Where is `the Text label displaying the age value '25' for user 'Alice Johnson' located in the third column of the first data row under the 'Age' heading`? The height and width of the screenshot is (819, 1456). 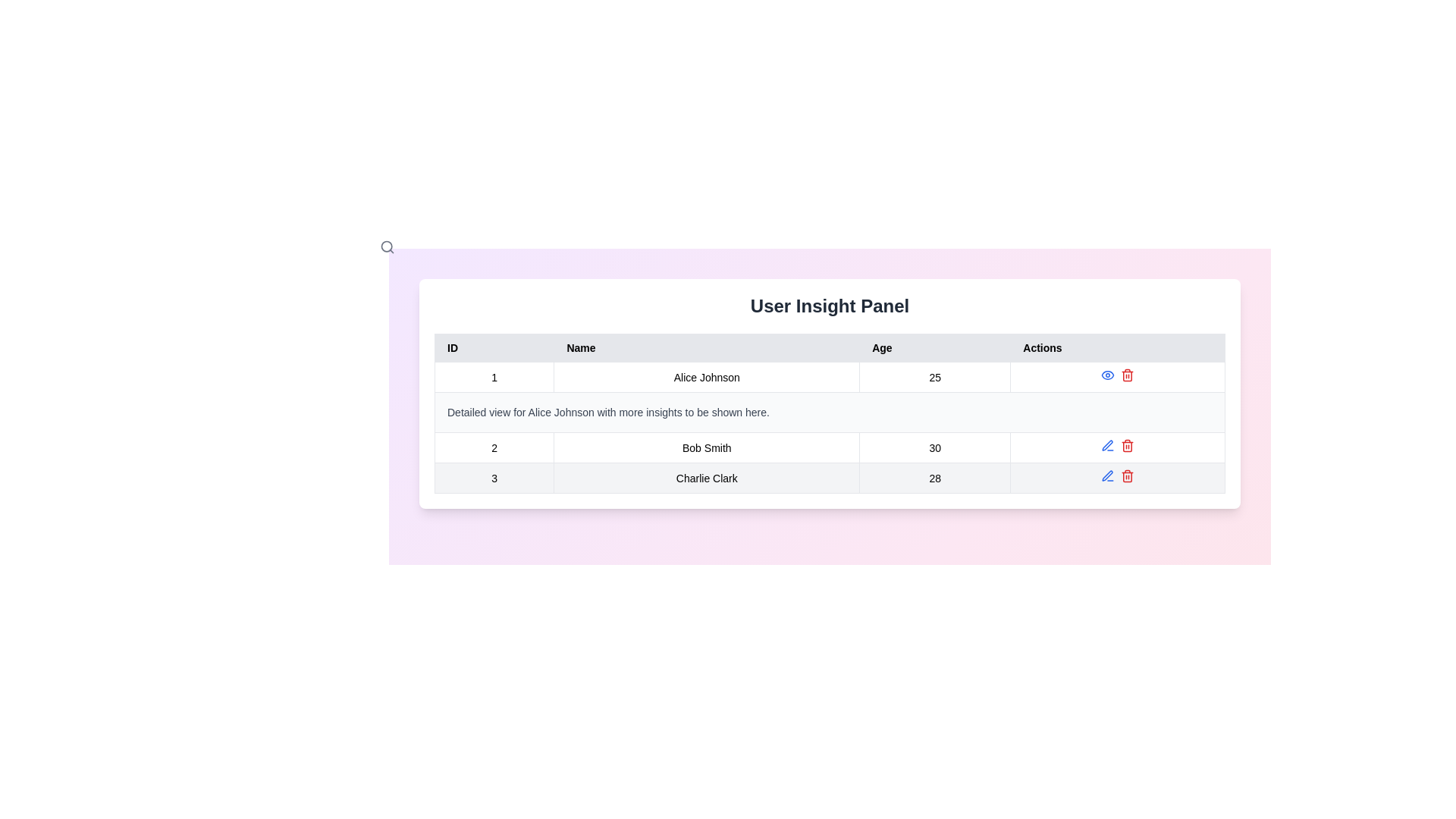
the Text label displaying the age value '25' for user 'Alice Johnson' located in the third column of the first data row under the 'Age' heading is located at coordinates (934, 376).